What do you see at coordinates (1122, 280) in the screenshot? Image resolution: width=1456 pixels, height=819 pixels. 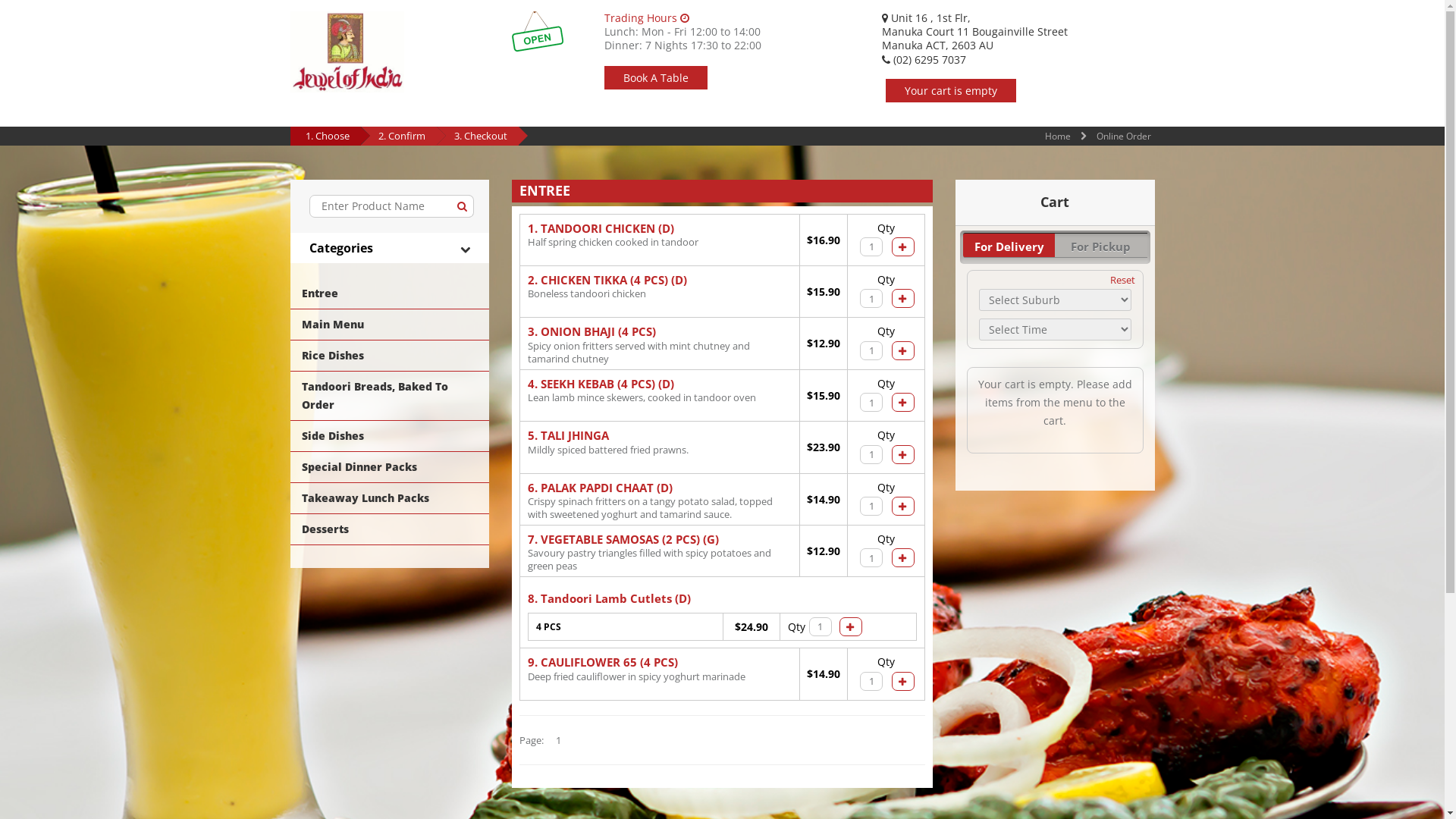 I see `'Reset'` at bounding box center [1122, 280].